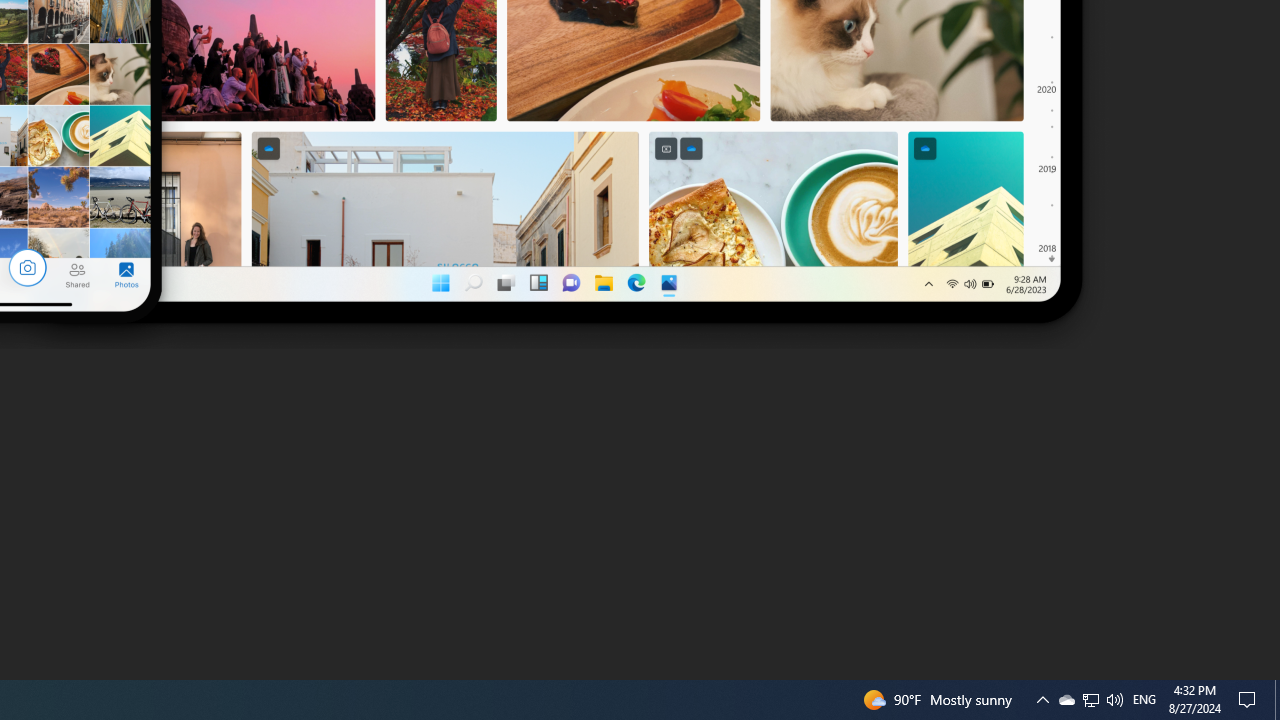 The image size is (1280, 720). I want to click on 'Notification Chevron', so click(1090, 698).